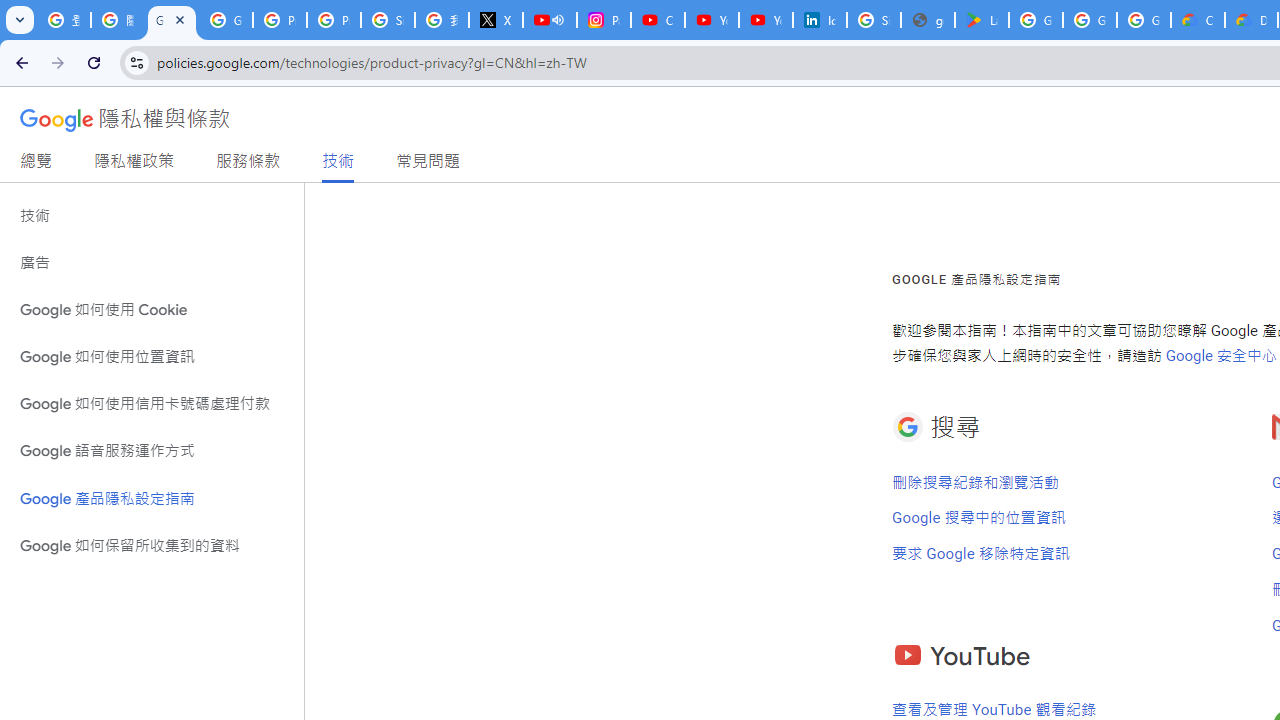 This screenshot has height=720, width=1280. I want to click on 'Customer Care | Google Cloud', so click(1198, 20).